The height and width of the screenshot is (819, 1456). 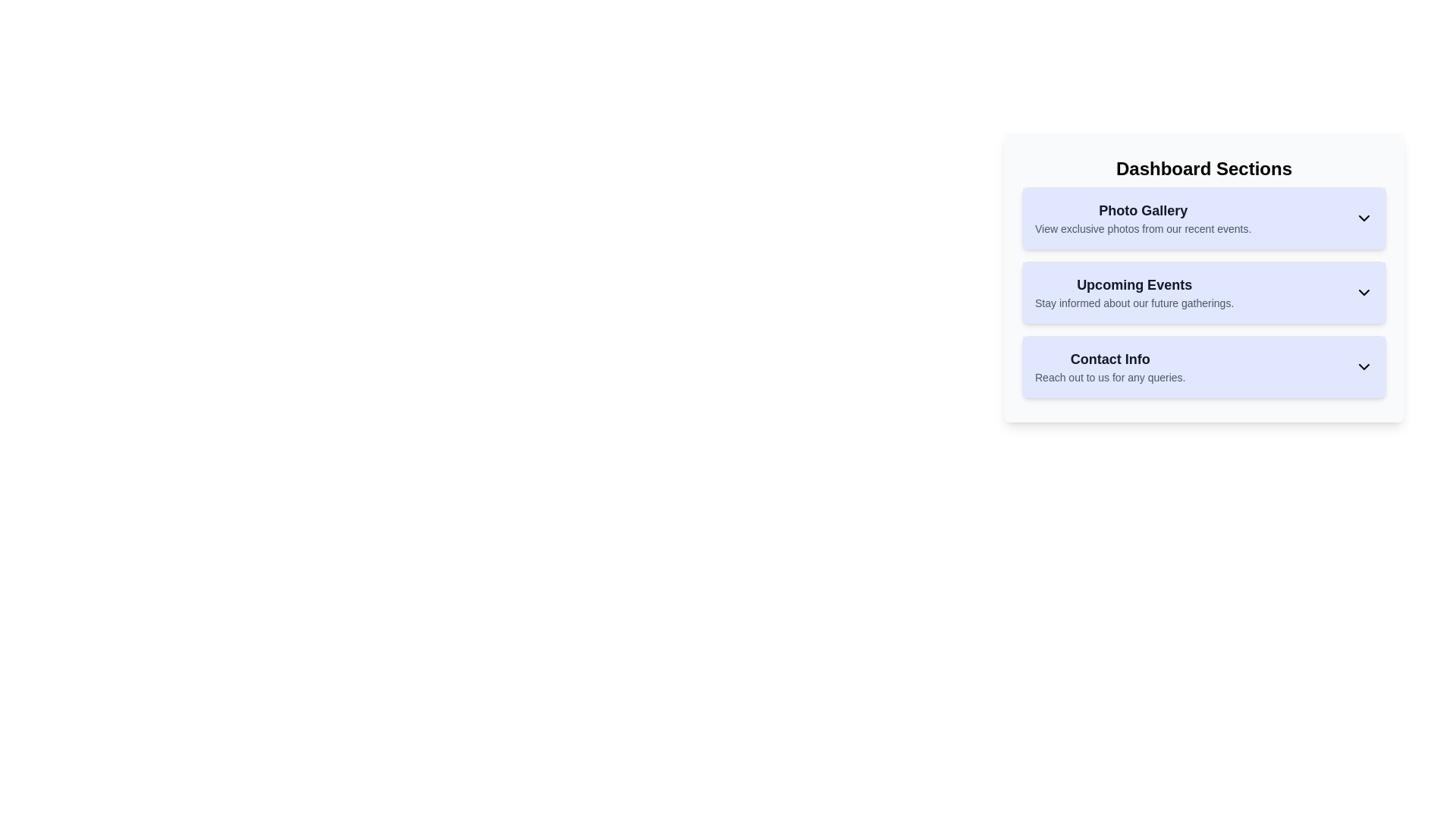 What do you see at coordinates (1110, 376) in the screenshot?
I see `the static text display that reads 'Reach out to us for any queries.' which is located under the heading 'Contact Info' in the third card of the 'Dashboard Sections'` at bounding box center [1110, 376].